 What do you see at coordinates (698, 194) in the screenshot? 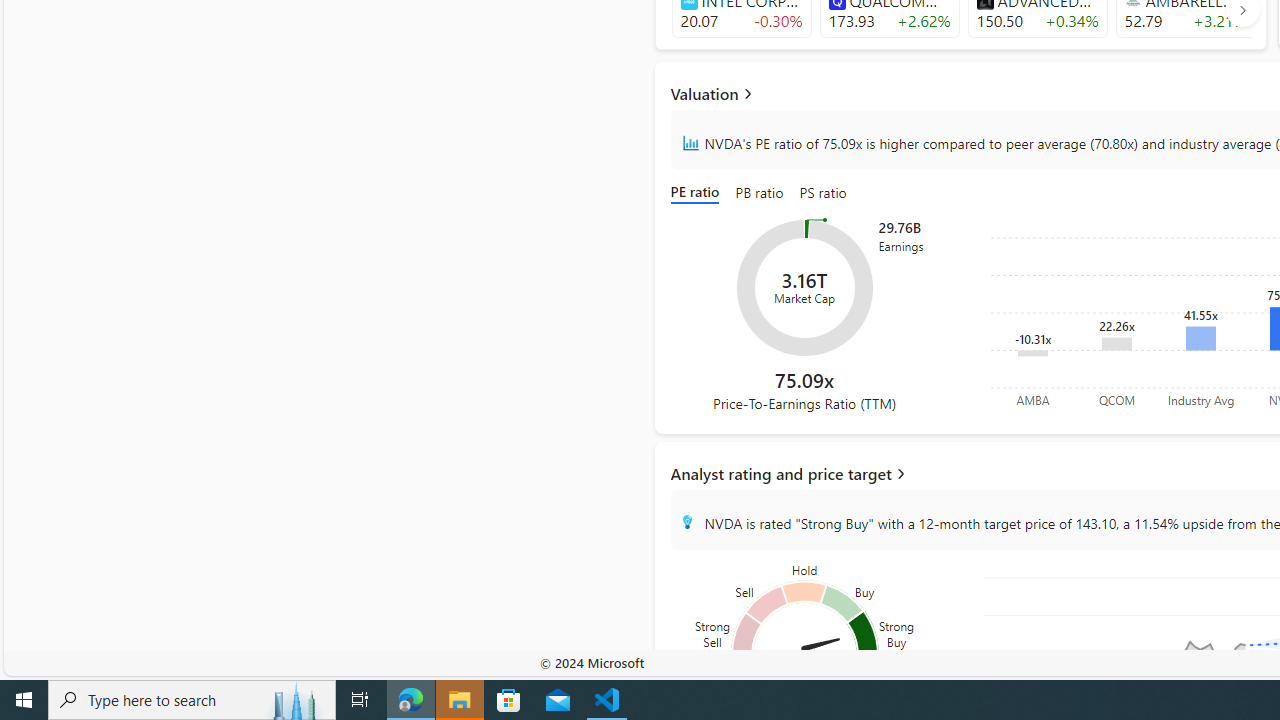
I see `'PE ratio'` at bounding box center [698, 194].